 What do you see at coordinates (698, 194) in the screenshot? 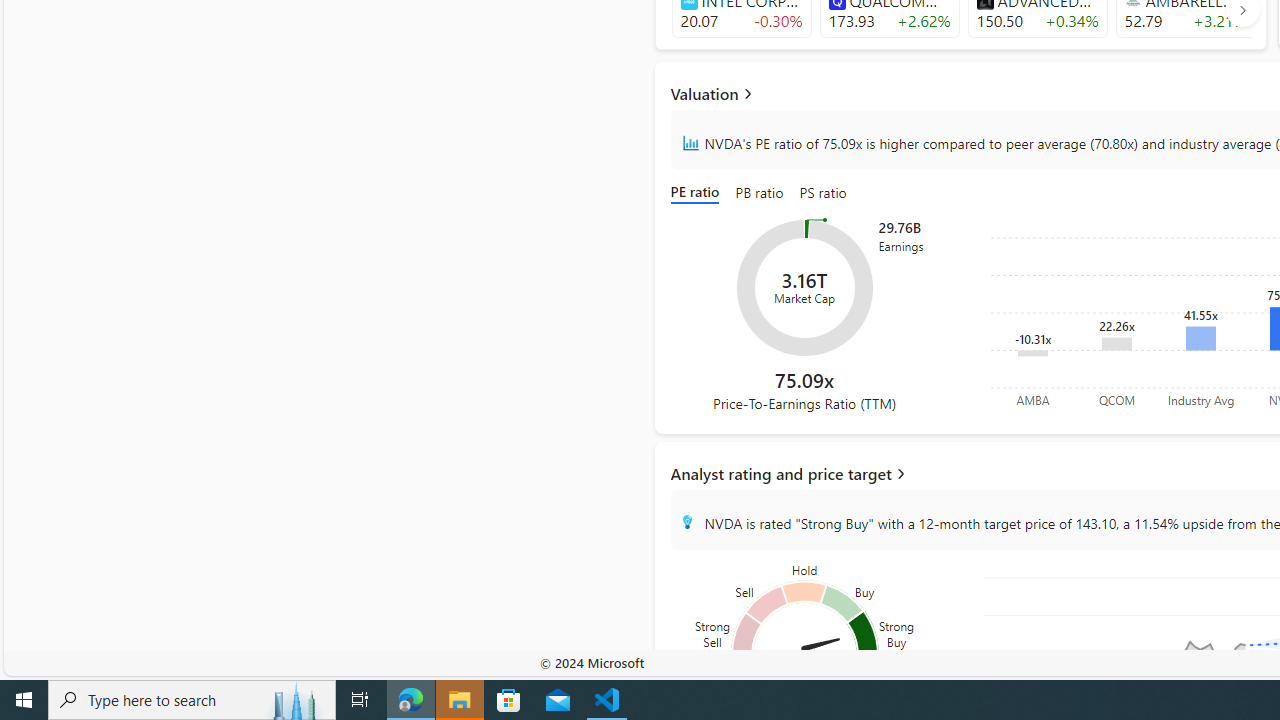
I see `'PE ratio'` at bounding box center [698, 194].